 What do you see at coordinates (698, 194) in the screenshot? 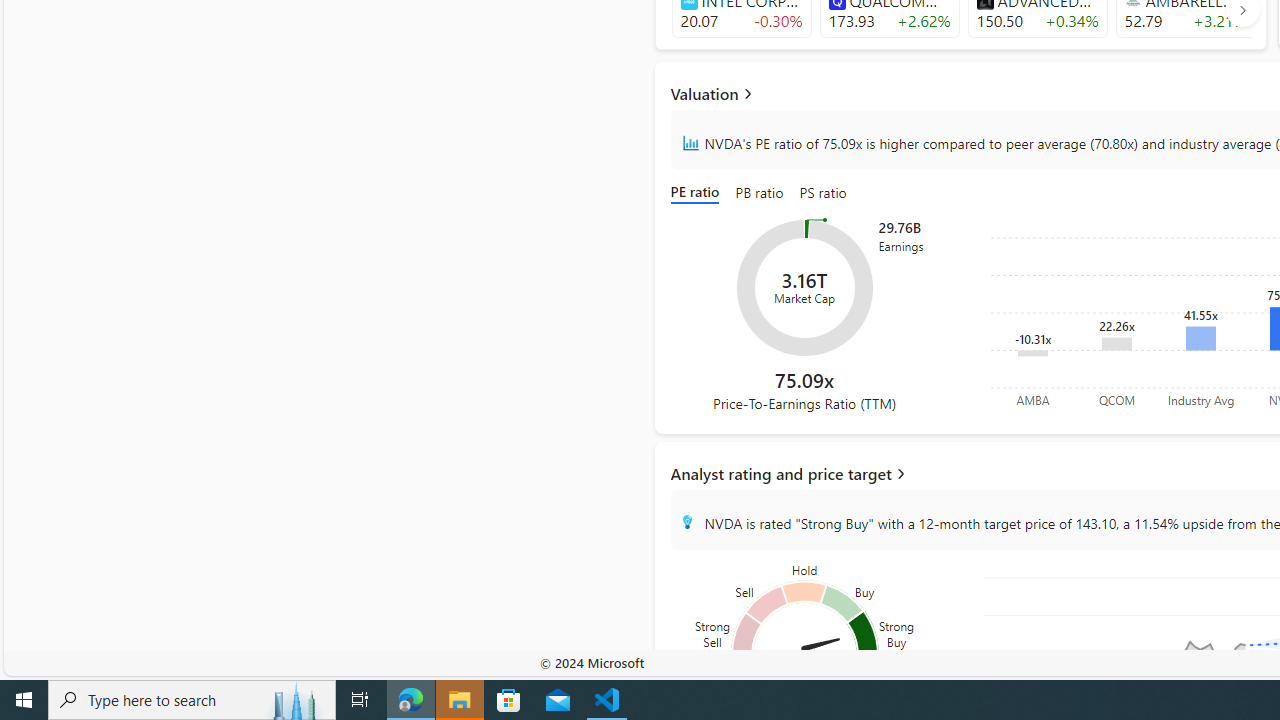
I see `'PE ratio'` at bounding box center [698, 194].